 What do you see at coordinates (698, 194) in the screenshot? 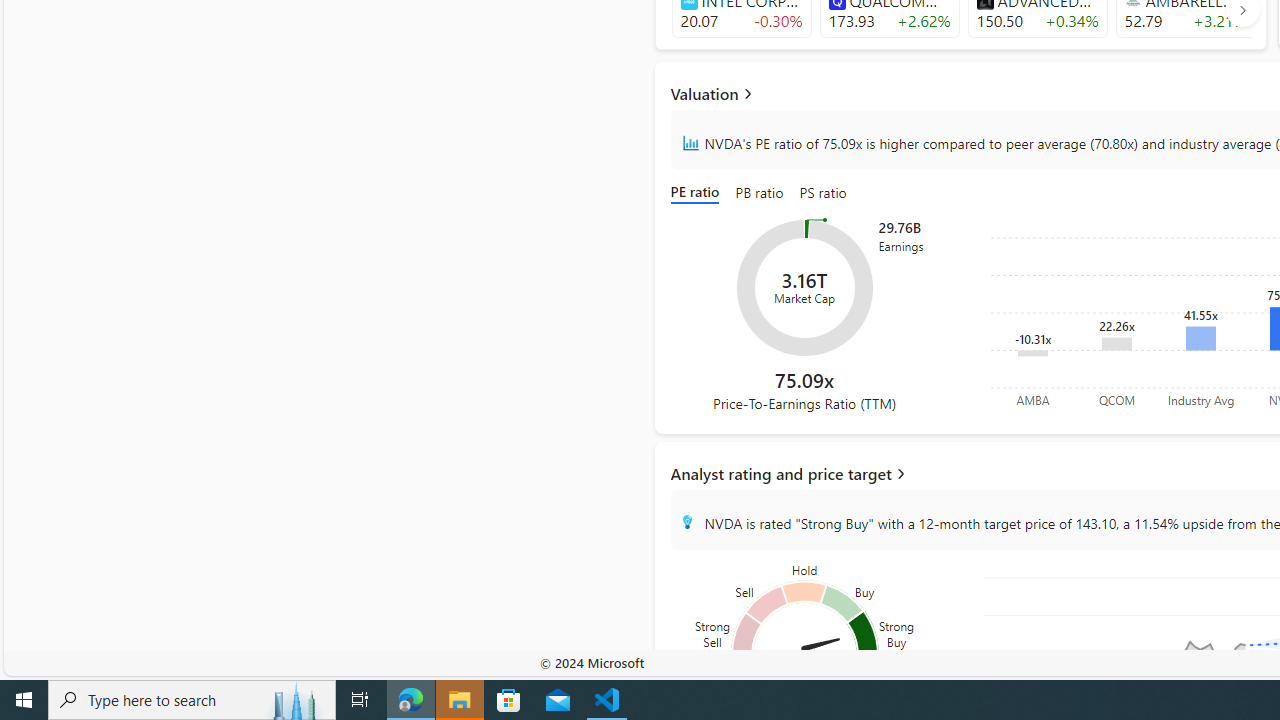
I see `'PE ratio'` at bounding box center [698, 194].